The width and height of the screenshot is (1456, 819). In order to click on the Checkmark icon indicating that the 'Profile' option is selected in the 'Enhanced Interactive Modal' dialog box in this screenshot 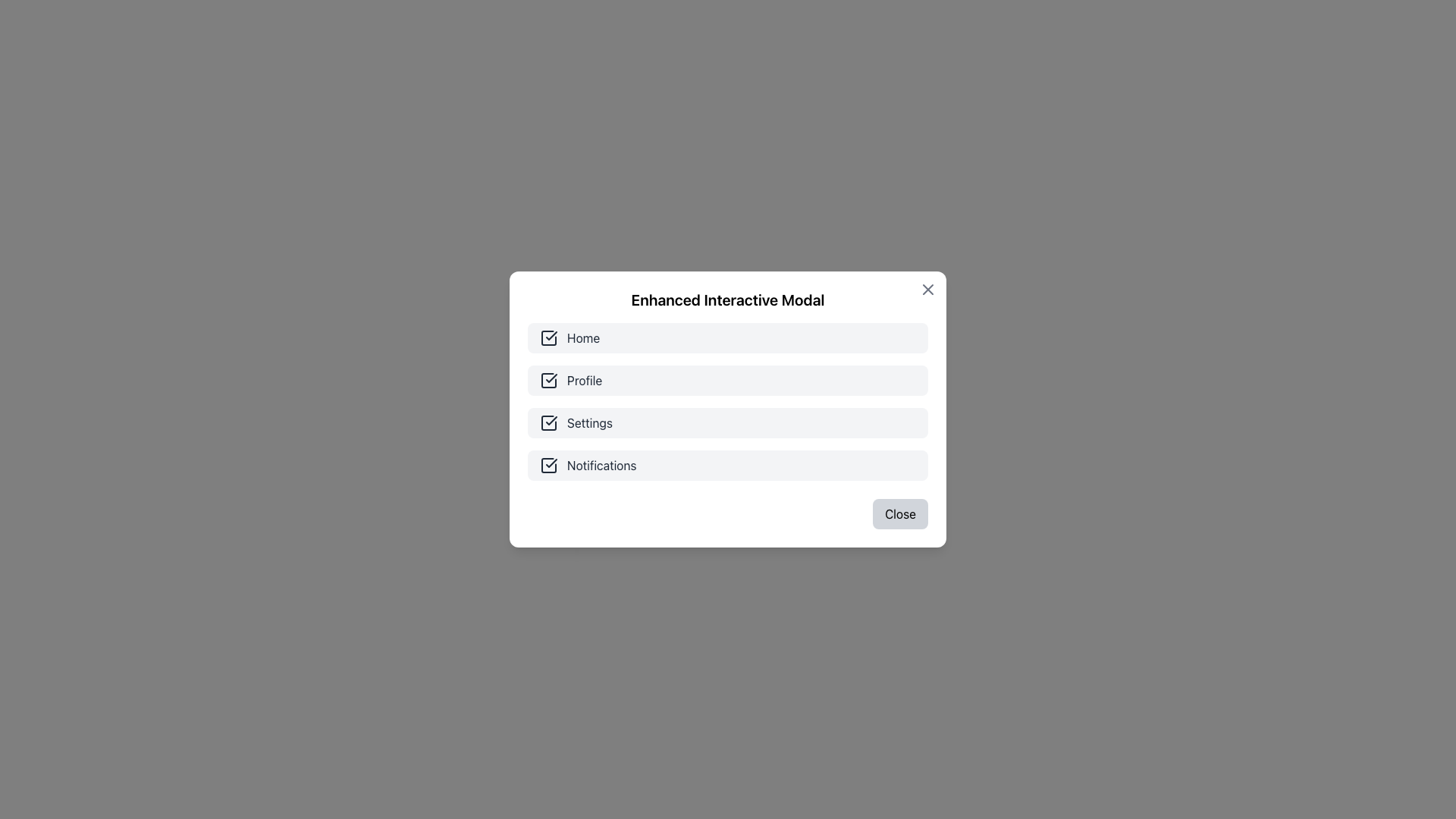, I will do `click(551, 377)`.